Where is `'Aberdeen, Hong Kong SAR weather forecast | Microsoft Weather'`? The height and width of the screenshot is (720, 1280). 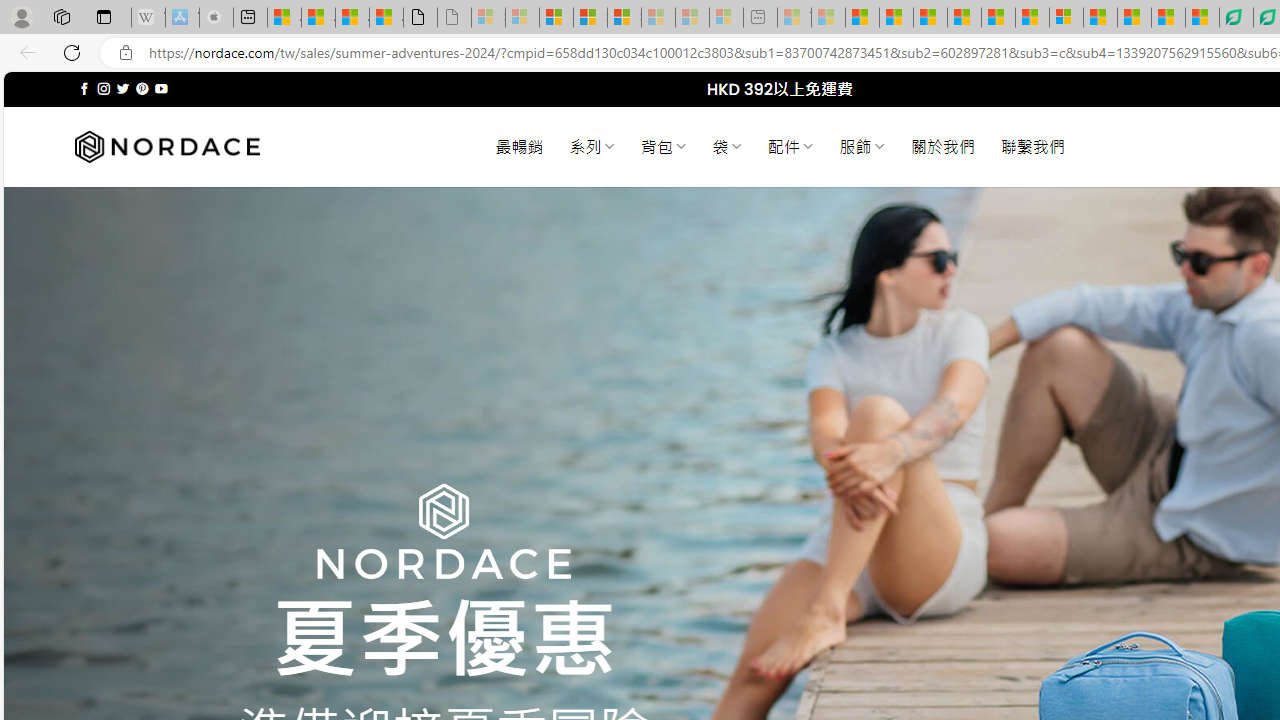
'Aberdeen, Hong Kong SAR weather forecast | Microsoft Weather' is located at coordinates (317, 17).